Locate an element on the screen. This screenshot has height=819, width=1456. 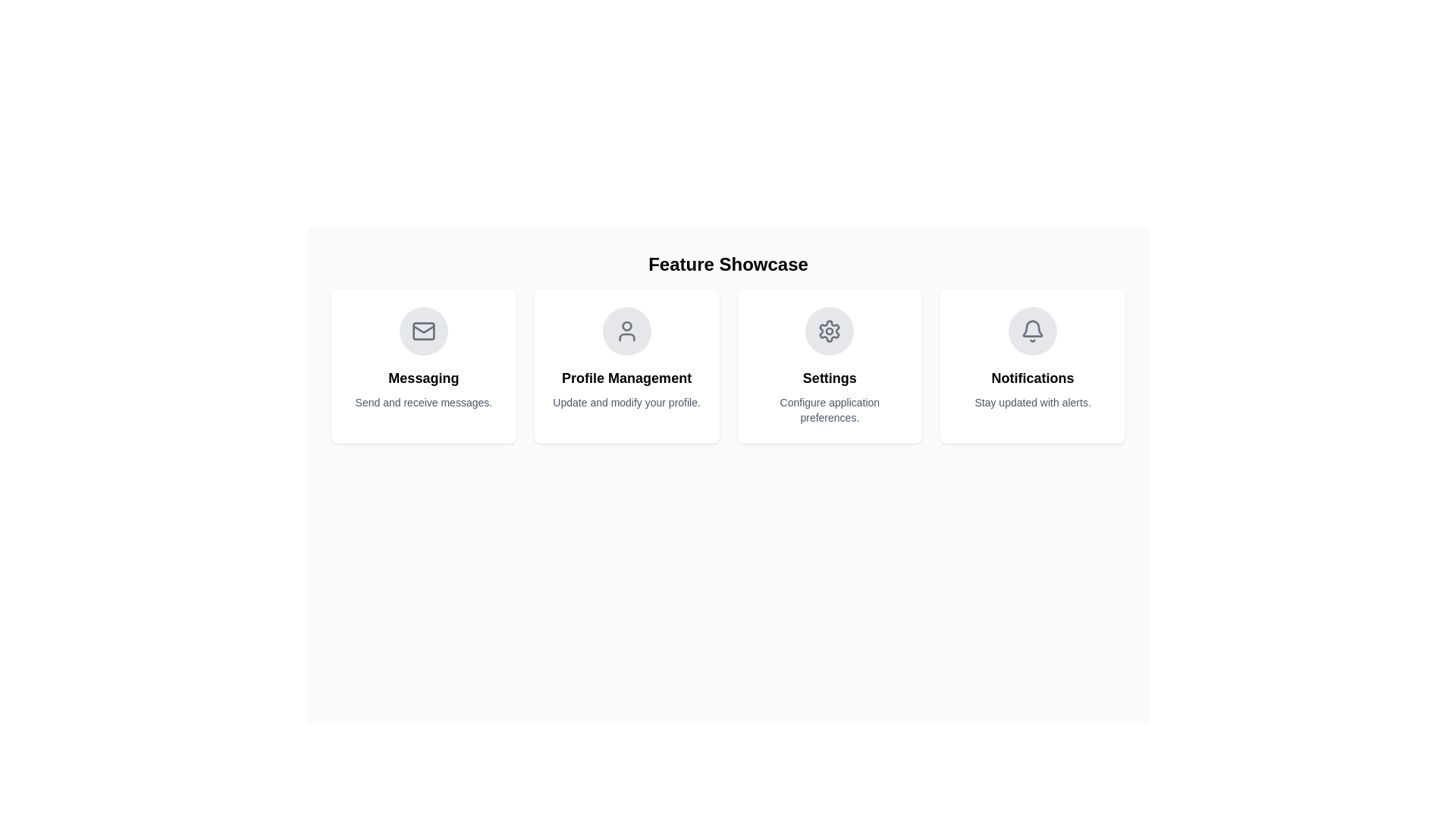
the main heading text of the notification feature card located in the top-right section of the grid layout is located at coordinates (1032, 377).